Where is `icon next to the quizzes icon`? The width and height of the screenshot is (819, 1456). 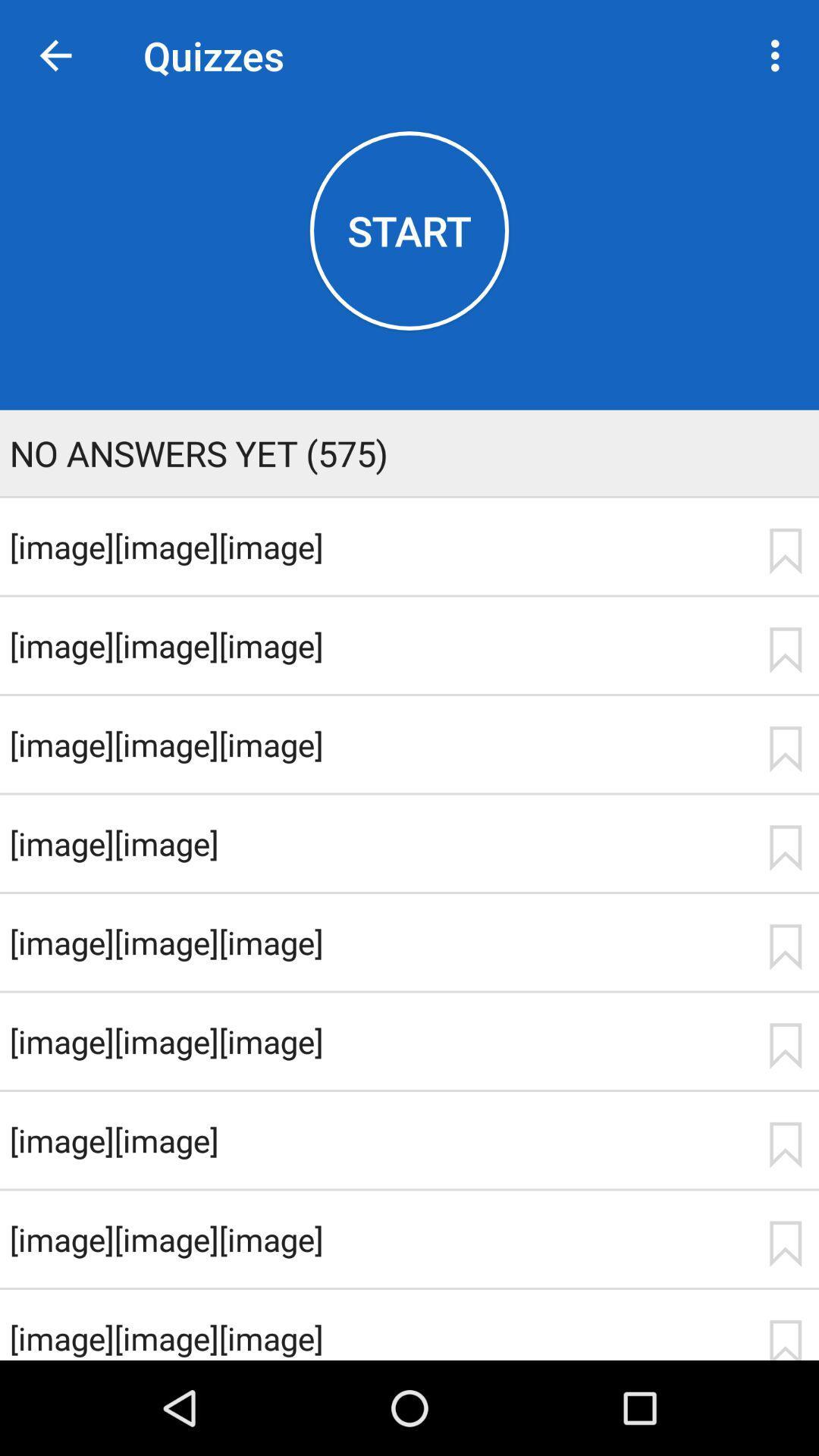 icon next to the quizzes icon is located at coordinates (779, 55).